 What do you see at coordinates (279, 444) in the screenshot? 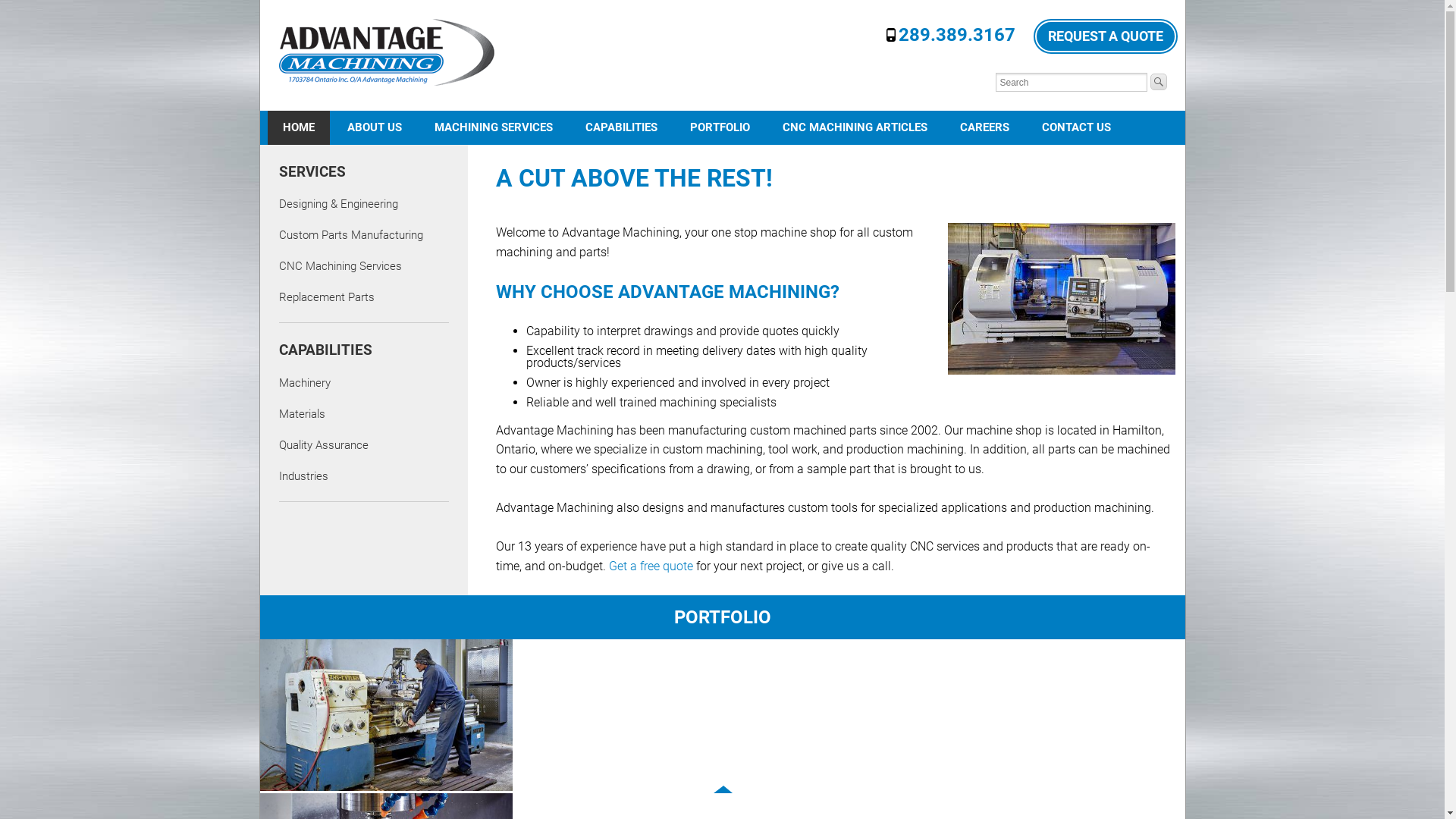
I see `'Quality Assurance'` at bounding box center [279, 444].